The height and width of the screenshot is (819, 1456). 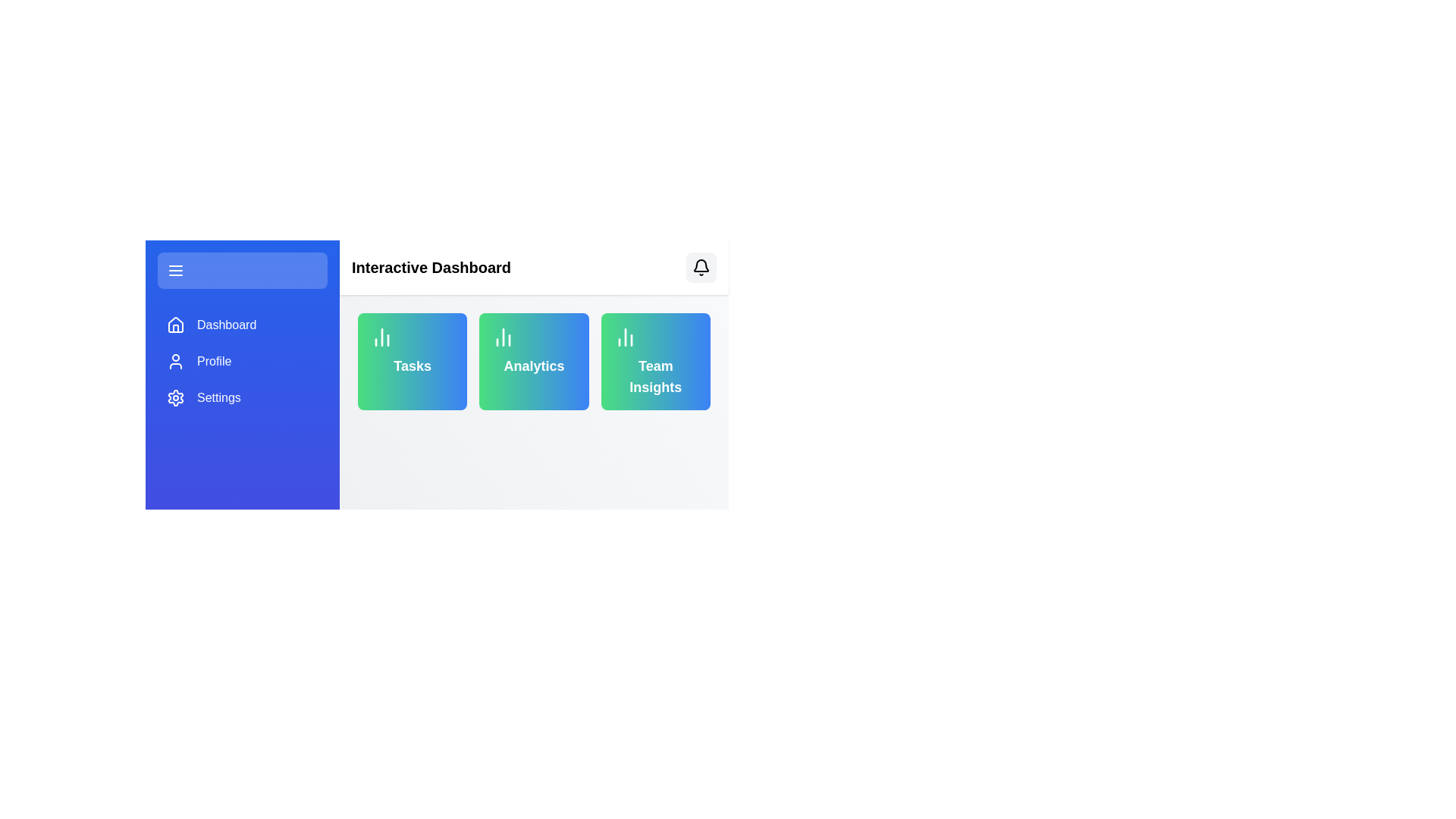 What do you see at coordinates (701, 265) in the screenshot?
I see `the notification indicator icon located in the upper right area of the header section, which is likely tied to alerts or updates` at bounding box center [701, 265].